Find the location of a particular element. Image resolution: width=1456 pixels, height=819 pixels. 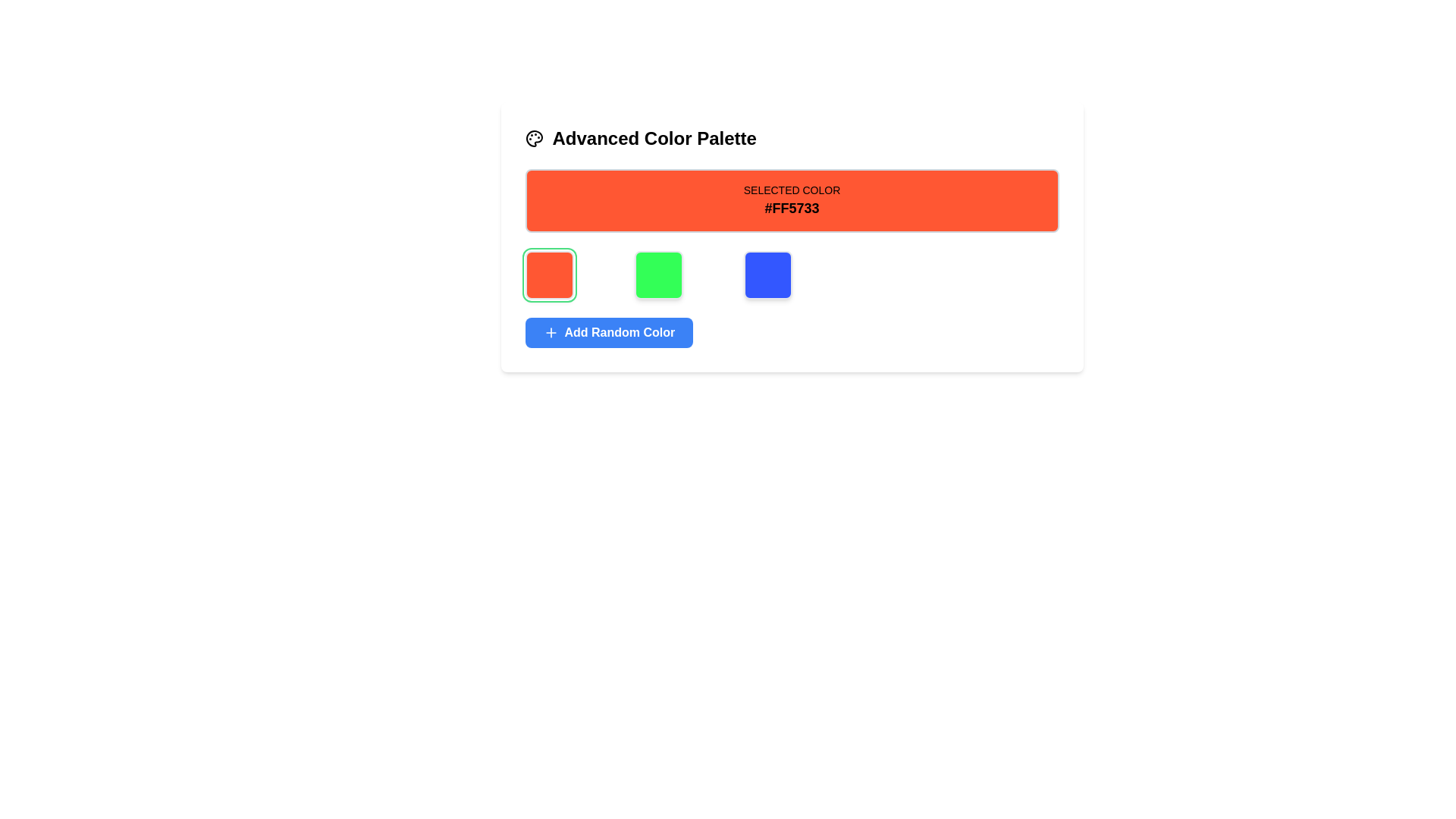

the text label reading 'Advanced Color Palette', which is styled in bold and positioned to the right of a palette icon is located at coordinates (654, 138).